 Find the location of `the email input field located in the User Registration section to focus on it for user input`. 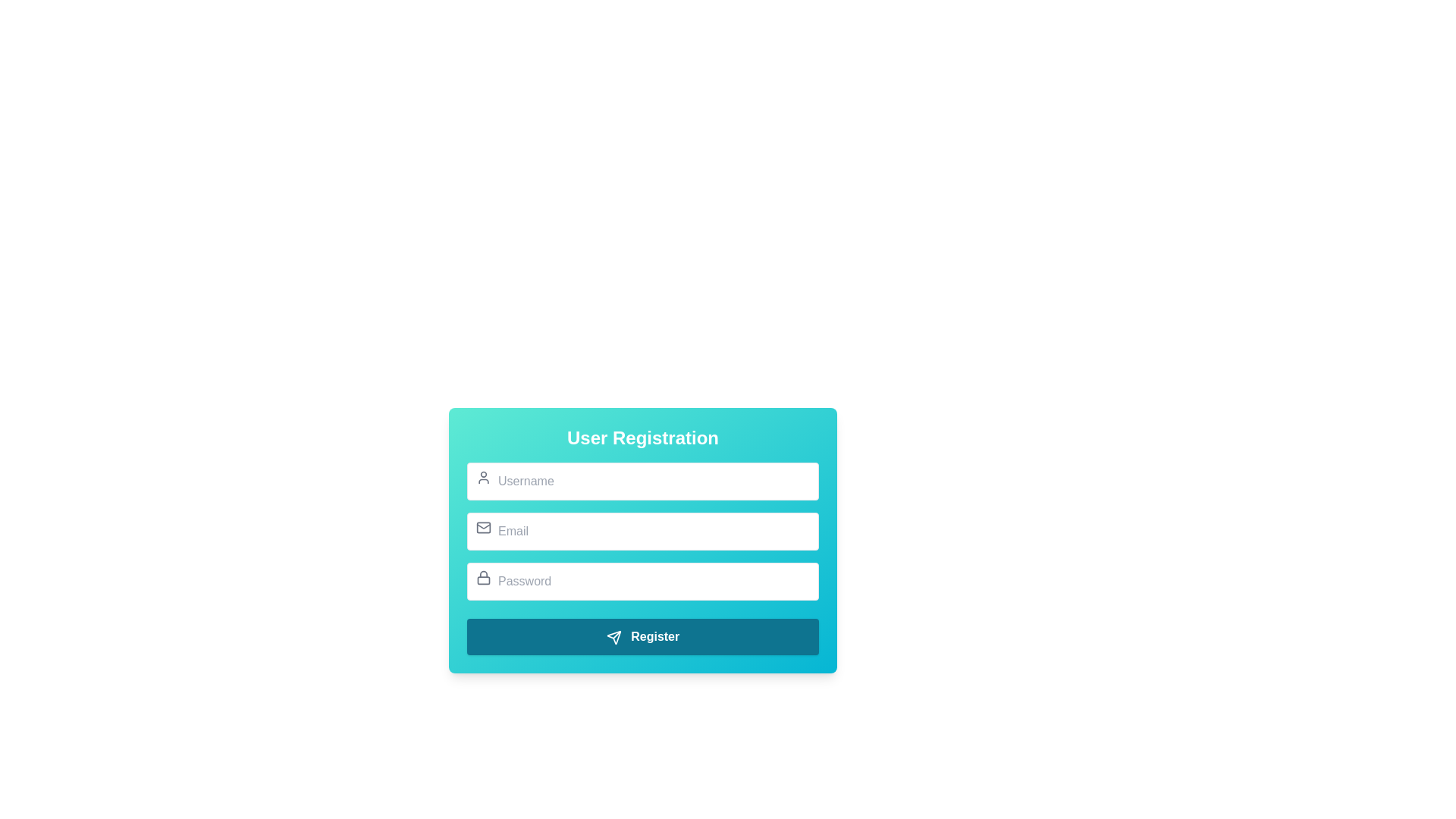

the email input field located in the User Registration section to focus on it for user input is located at coordinates (643, 540).